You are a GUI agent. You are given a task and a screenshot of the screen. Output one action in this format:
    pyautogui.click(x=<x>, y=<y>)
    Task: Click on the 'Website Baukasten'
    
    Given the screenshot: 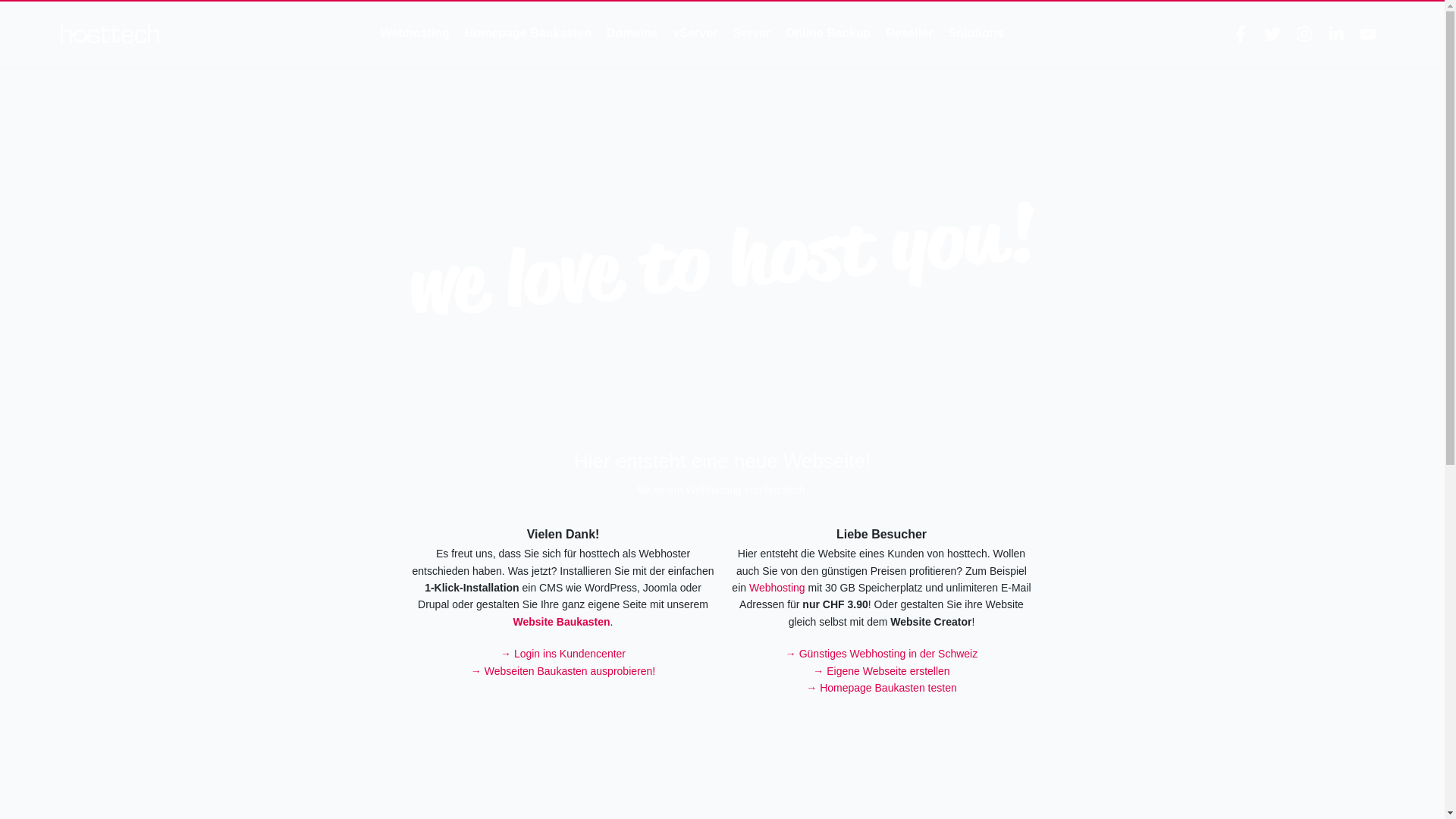 What is the action you would take?
    pyautogui.click(x=560, y=622)
    